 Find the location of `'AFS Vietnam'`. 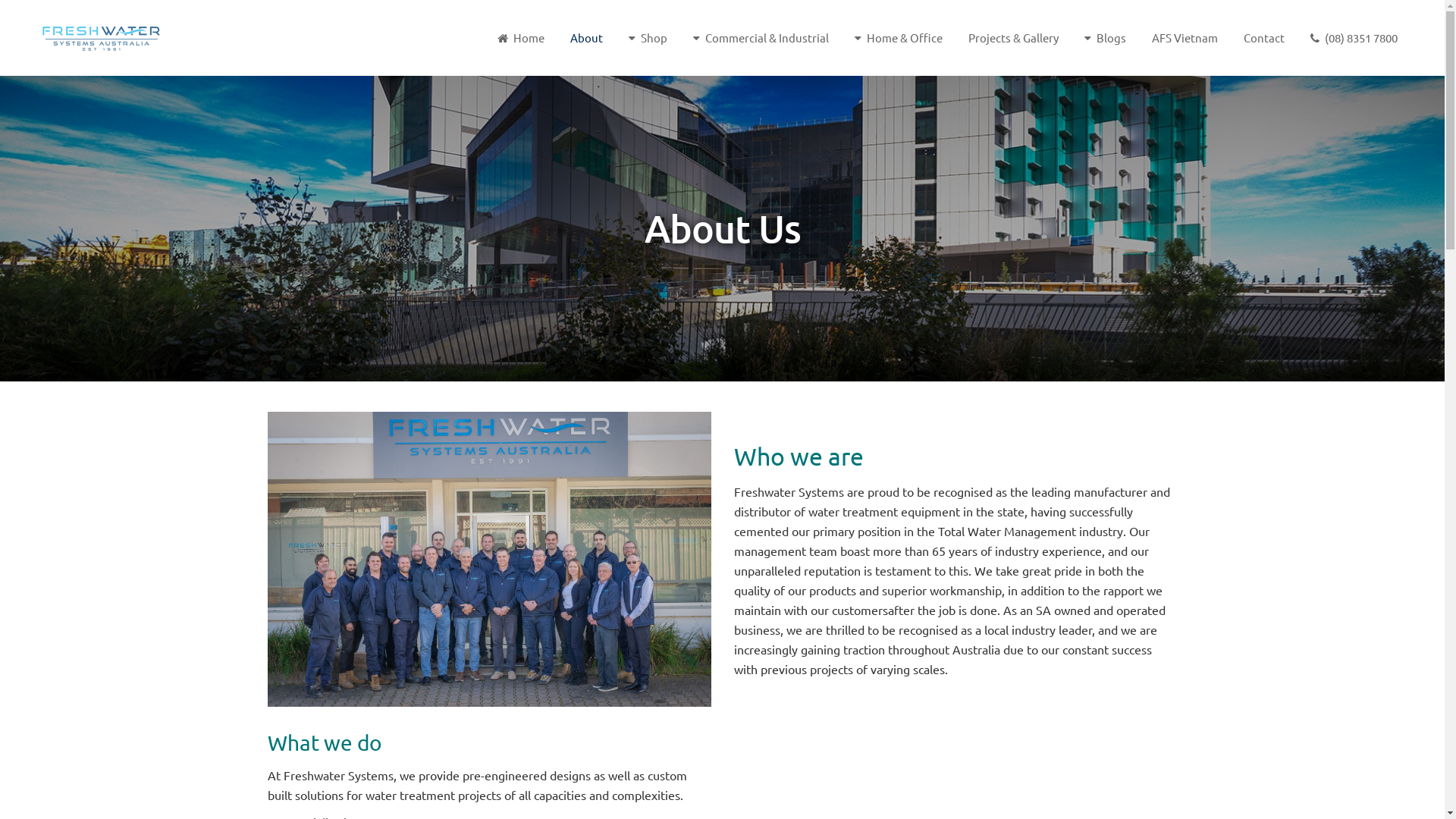

'AFS Vietnam' is located at coordinates (1184, 37).